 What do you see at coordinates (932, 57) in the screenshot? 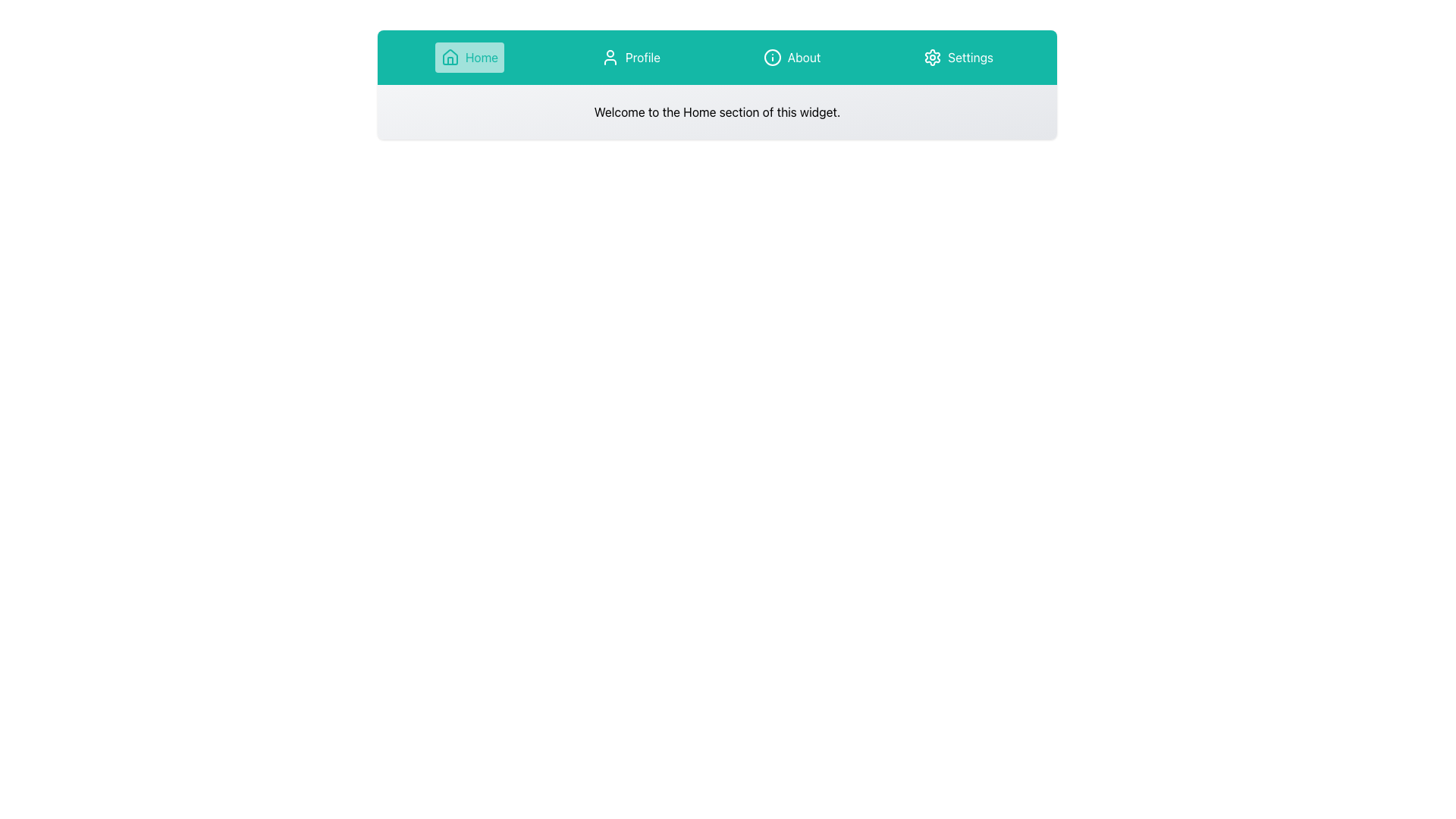
I see `the settings icon, which is a cogwheel symbol located at the rightmost position in the navigation bar` at bounding box center [932, 57].